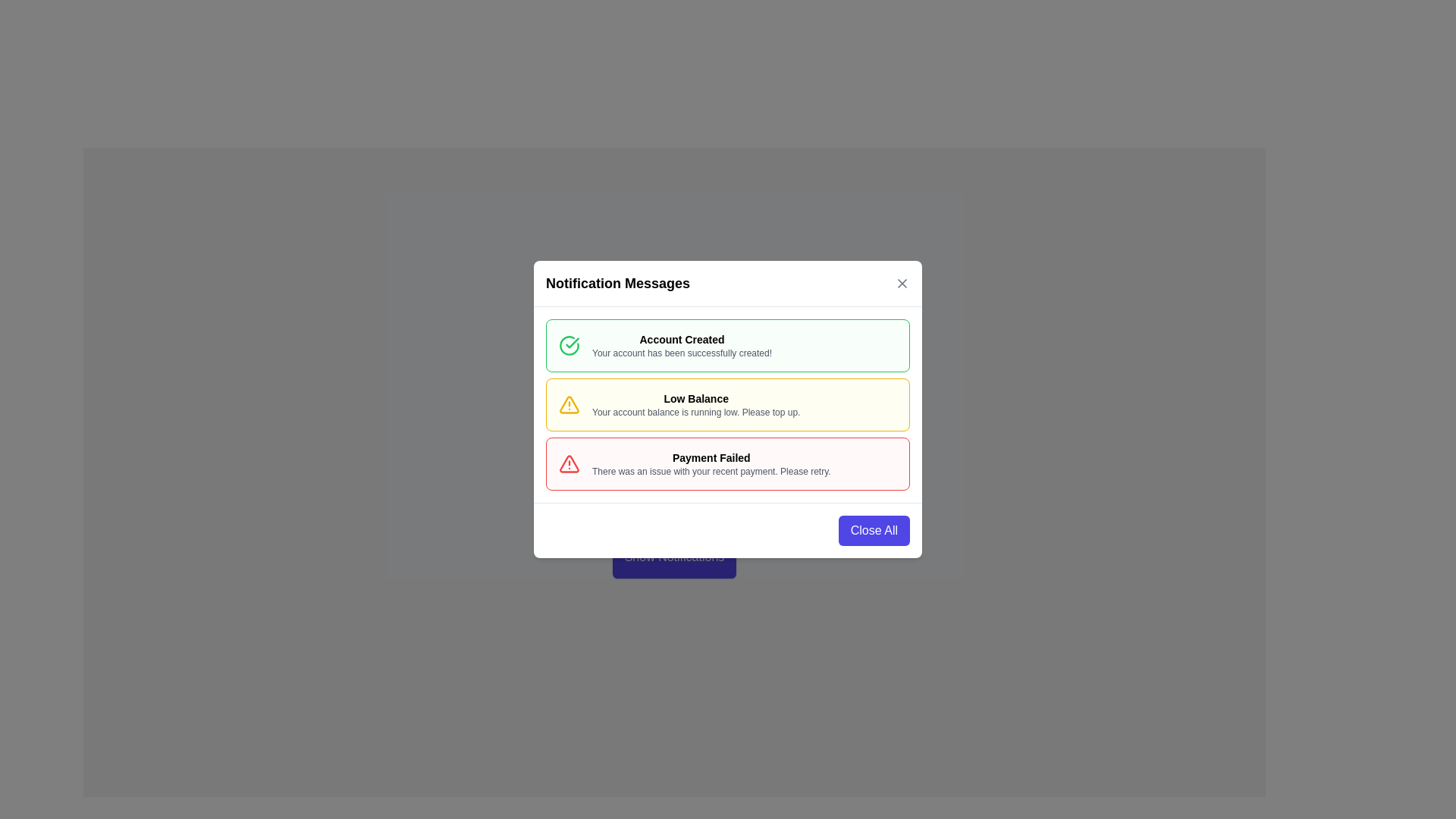 The width and height of the screenshot is (1456, 819). Describe the element at coordinates (902, 284) in the screenshot. I see `the small 'X' icon close button located at the top-right corner of the 'Notification Messages' header section` at that location.